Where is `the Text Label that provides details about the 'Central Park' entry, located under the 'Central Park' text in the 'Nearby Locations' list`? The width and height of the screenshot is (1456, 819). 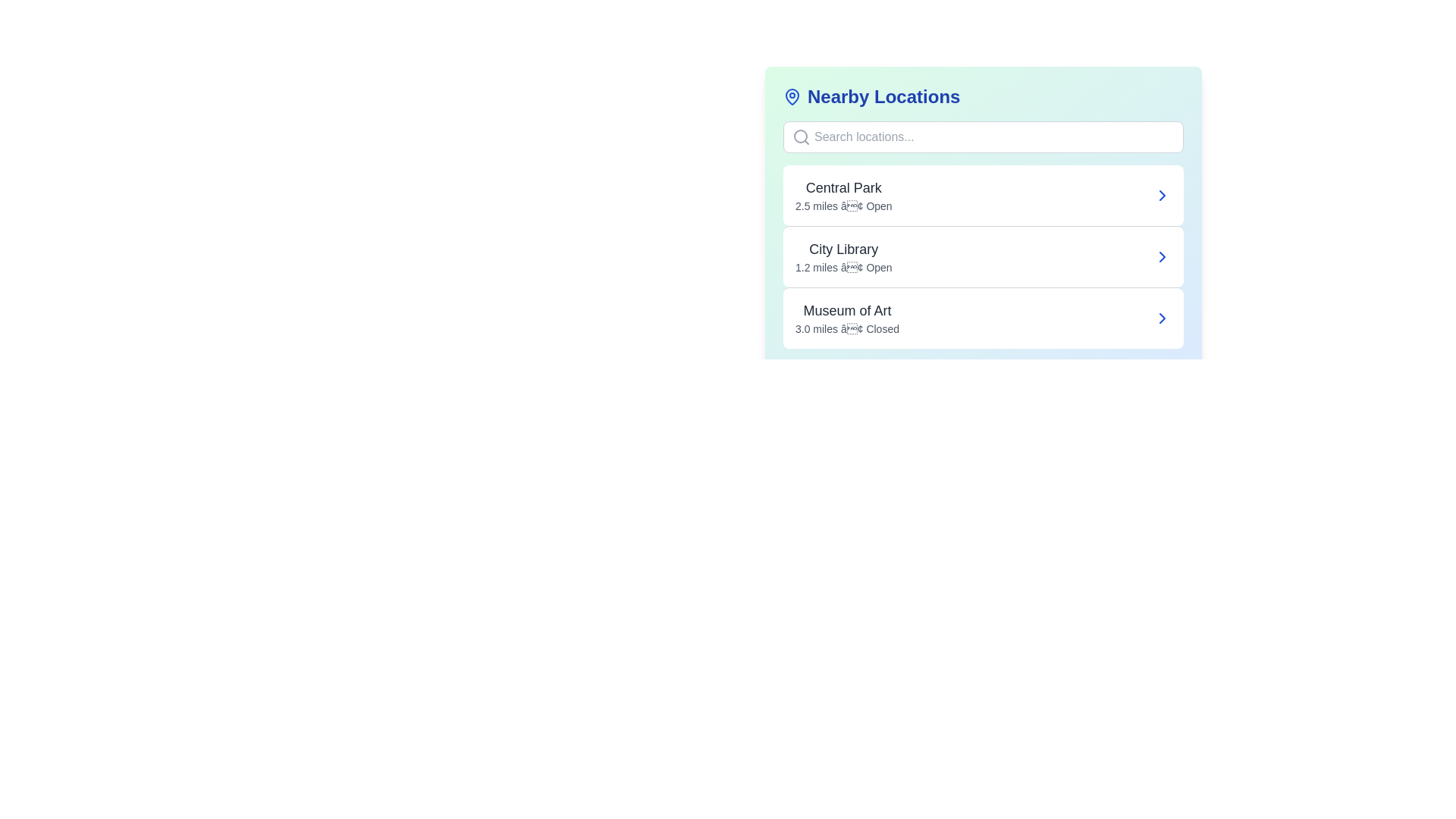
the Text Label that provides details about the 'Central Park' entry, located under the 'Central Park' text in the 'Nearby Locations' list is located at coordinates (843, 206).